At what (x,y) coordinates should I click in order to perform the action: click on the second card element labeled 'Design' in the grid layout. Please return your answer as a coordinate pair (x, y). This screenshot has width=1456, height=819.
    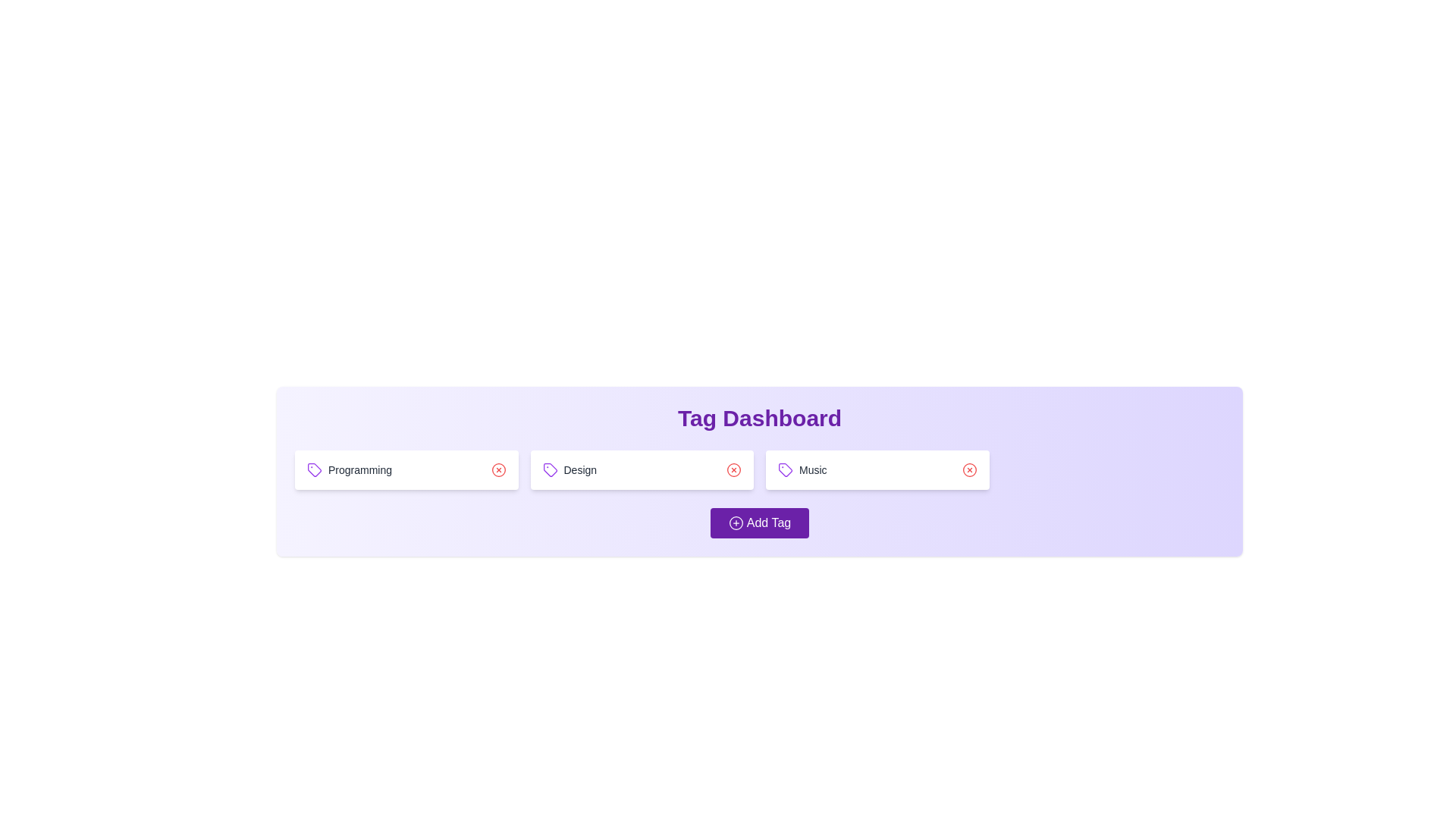
    Looking at the image, I should click on (642, 469).